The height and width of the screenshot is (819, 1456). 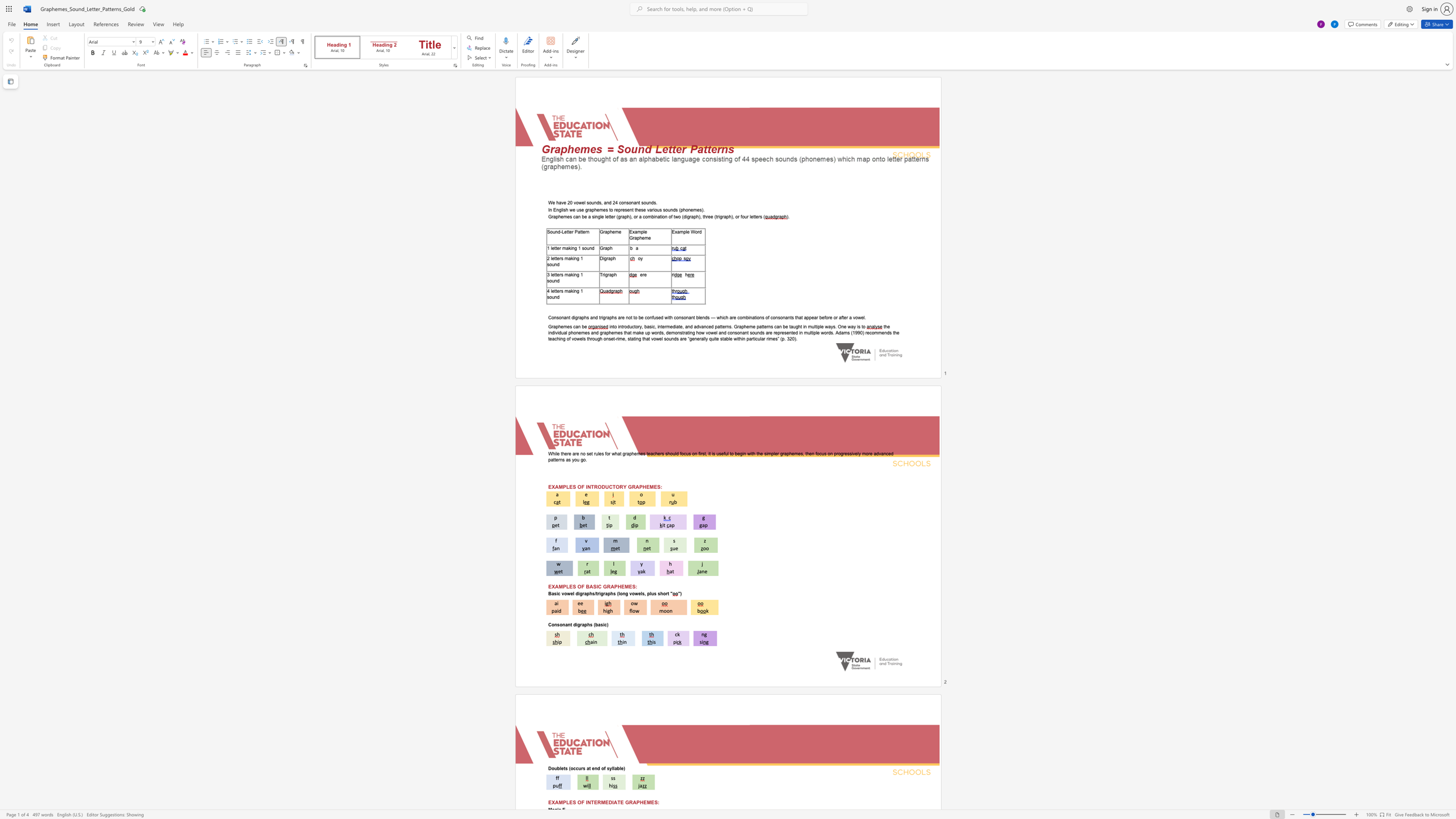 I want to click on the subset text "emes" within the text "these various sounds (phonemes).", so click(x=691, y=209).